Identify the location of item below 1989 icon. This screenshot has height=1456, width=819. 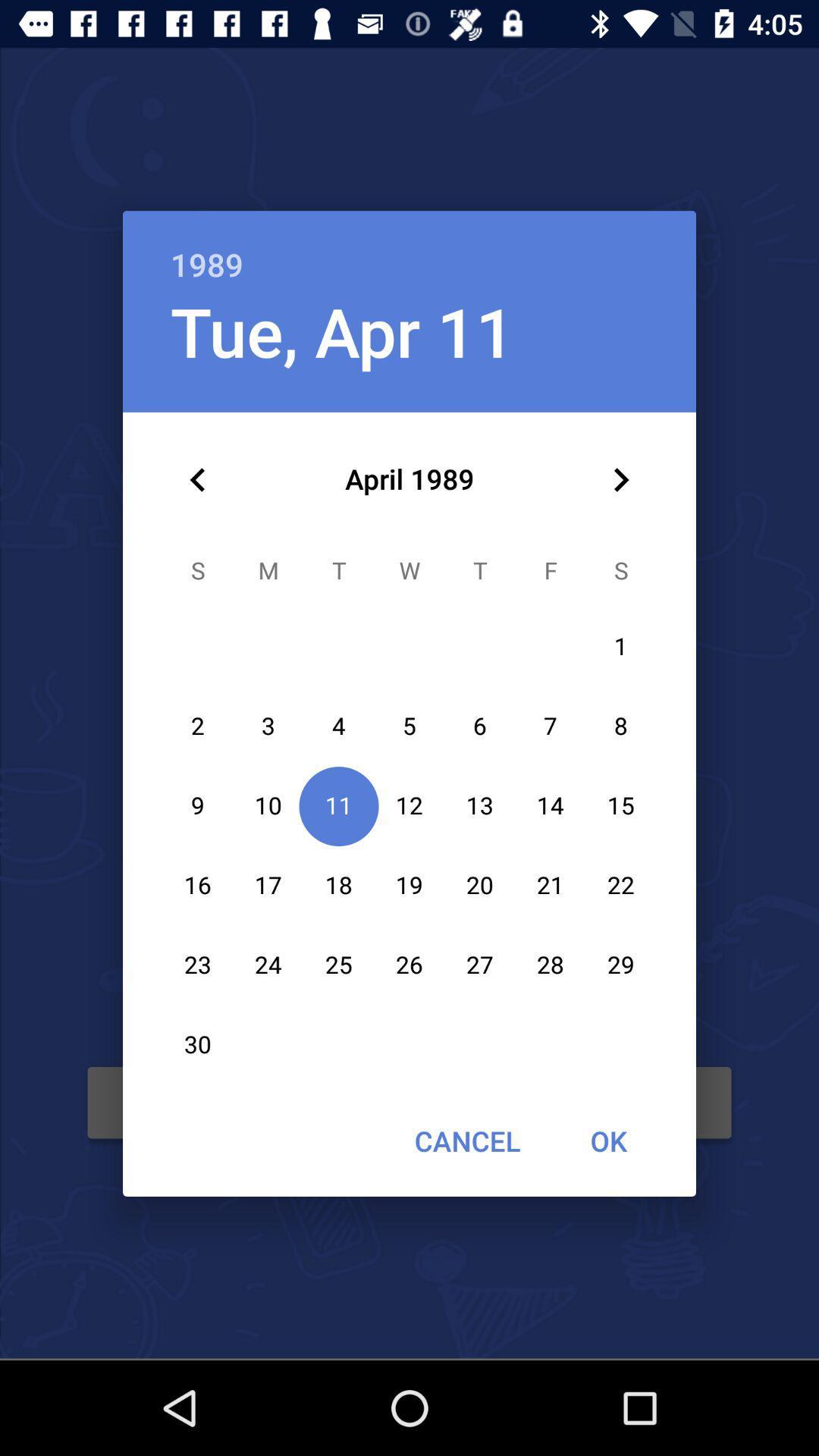
(620, 479).